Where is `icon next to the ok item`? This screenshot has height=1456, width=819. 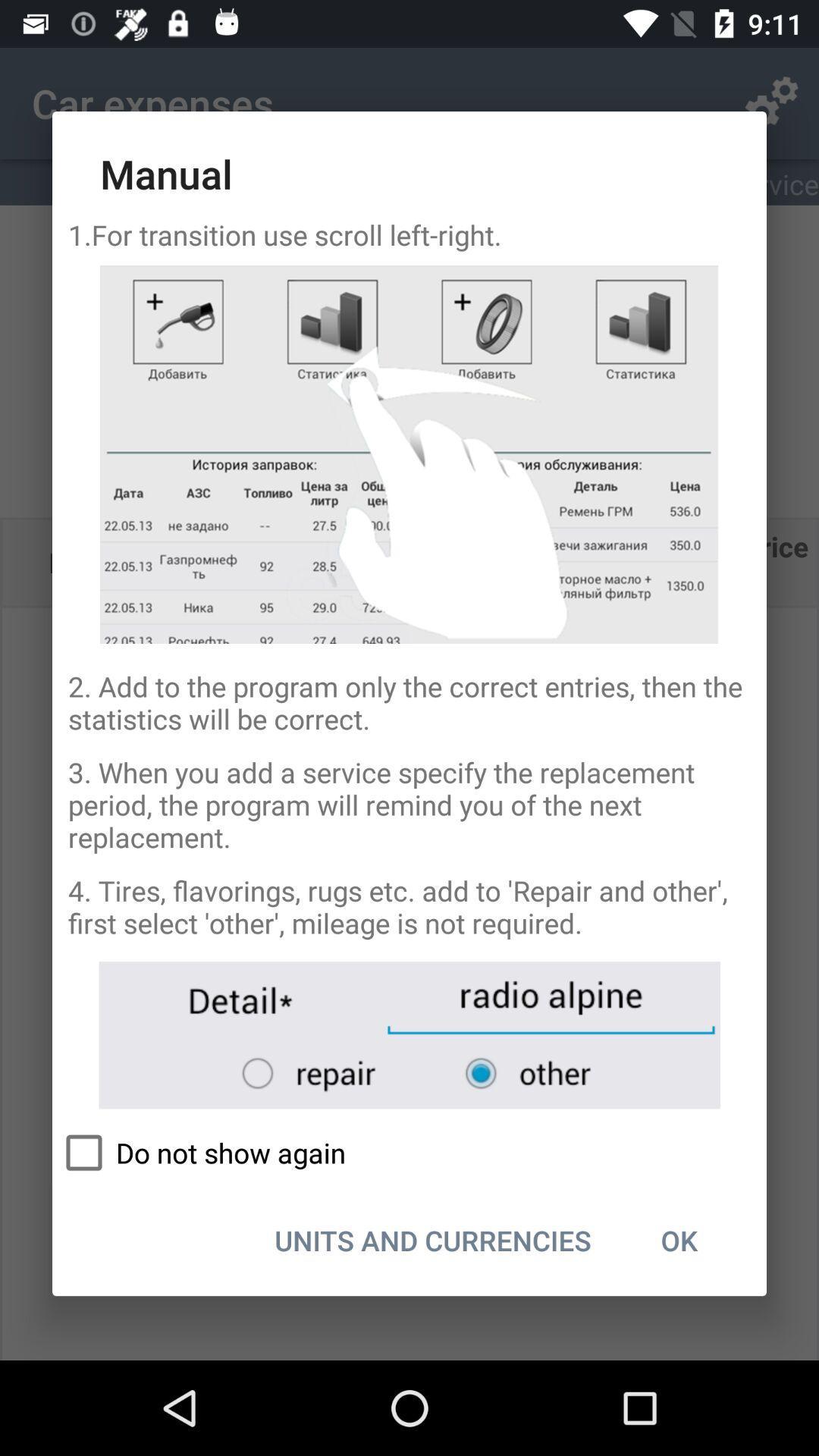 icon next to the ok item is located at coordinates (433, 1240).